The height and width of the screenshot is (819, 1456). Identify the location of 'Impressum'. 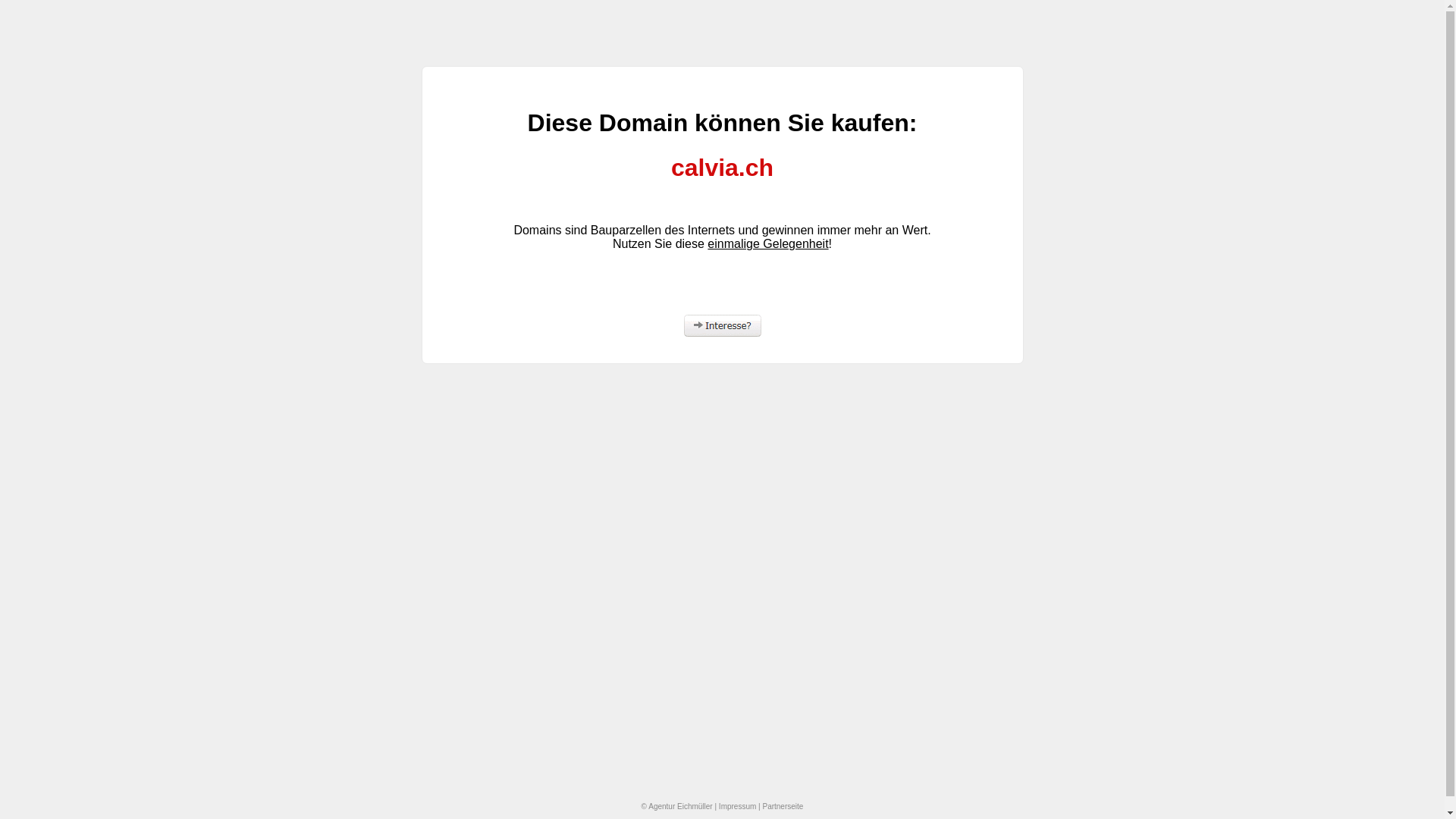
(737, 805).